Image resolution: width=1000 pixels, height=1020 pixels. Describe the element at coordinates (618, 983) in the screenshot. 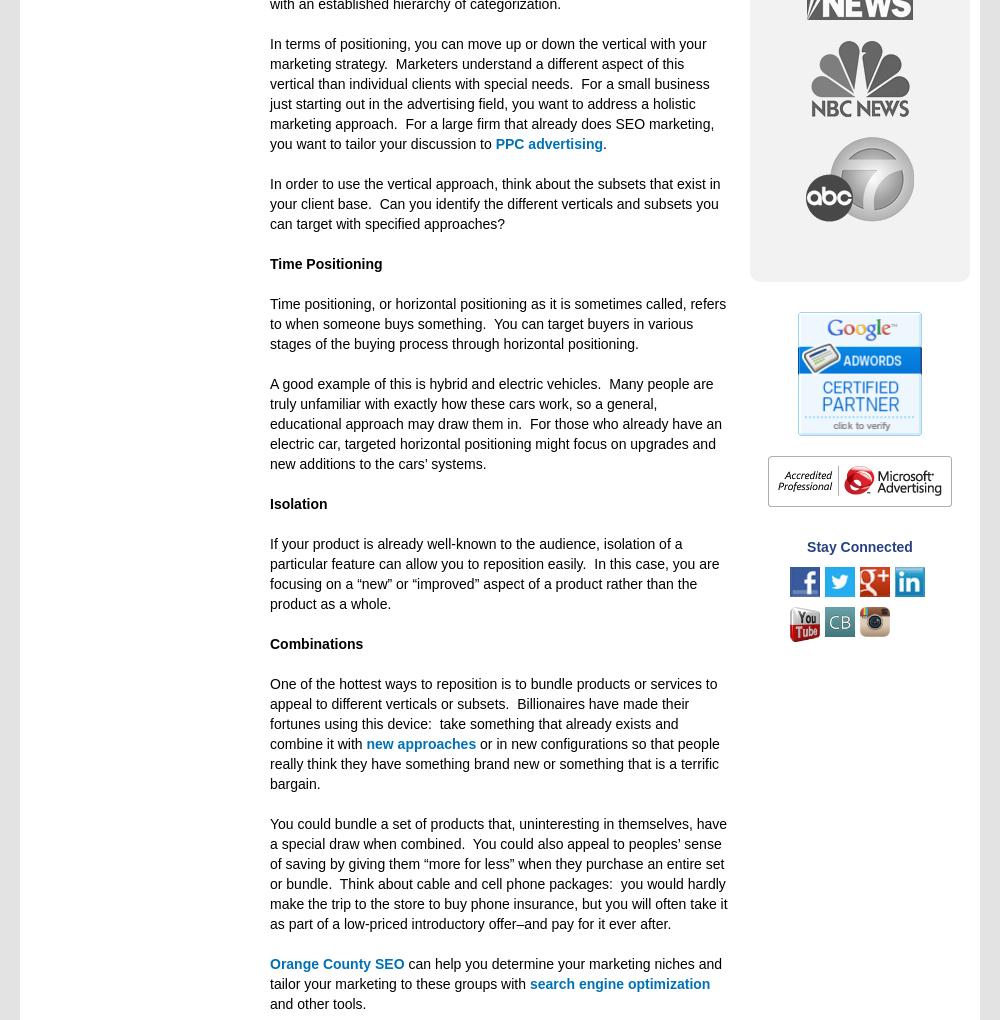

I see `'search engine optimization'` at that location.